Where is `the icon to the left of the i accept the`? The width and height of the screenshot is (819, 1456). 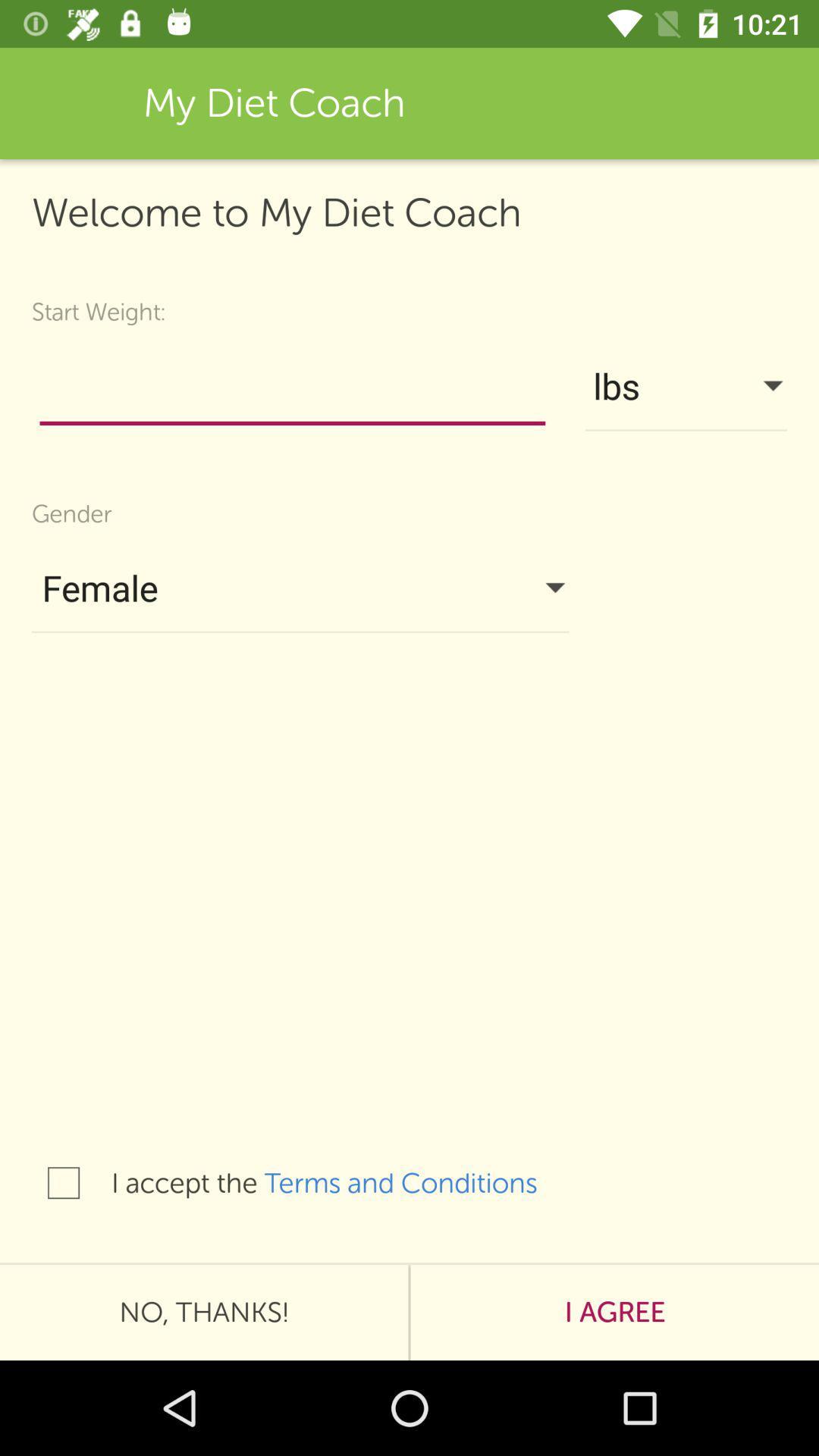 the icon to the left of the i accept the is located at coordinates (63, 1182).